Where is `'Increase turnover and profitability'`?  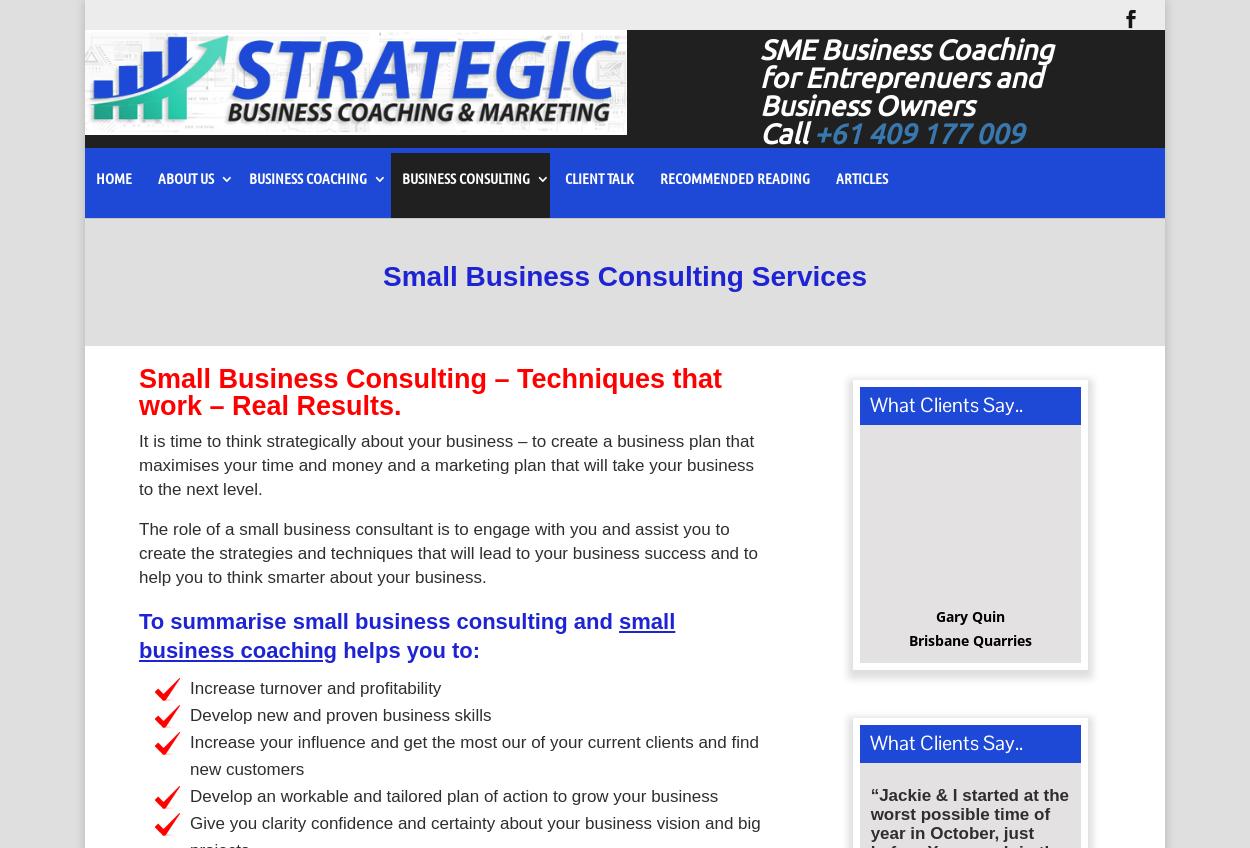 'Increase turnover and profitability' is located at coordinates (189, 694).